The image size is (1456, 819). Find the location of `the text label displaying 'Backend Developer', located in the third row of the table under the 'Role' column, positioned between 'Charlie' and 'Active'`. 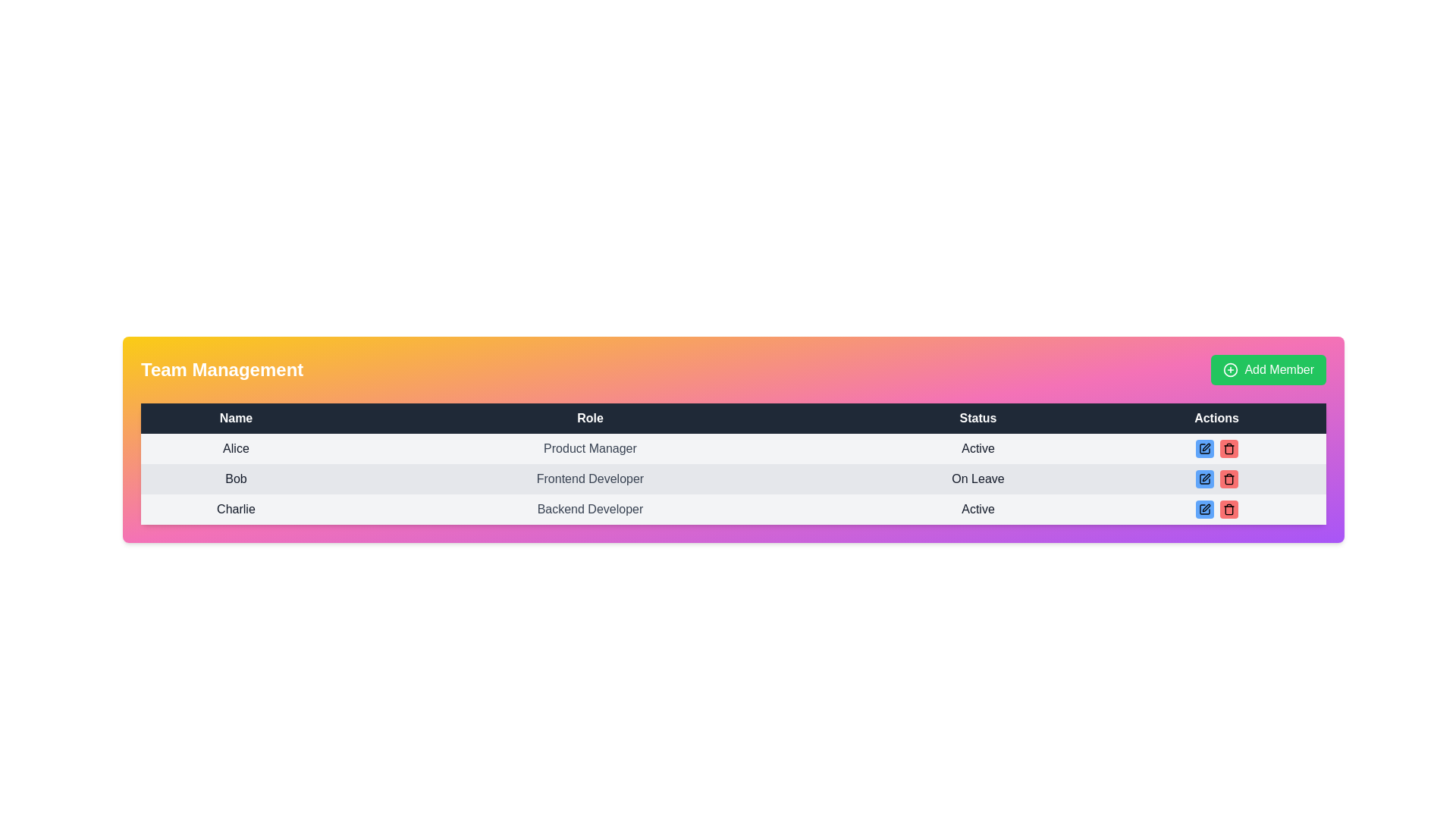

the text label displaying 'Backend Developer', located in the third row of the table under the 'Role' column, positioned between 'Charlie' and 'Active' is located at coordinates (589, 509).